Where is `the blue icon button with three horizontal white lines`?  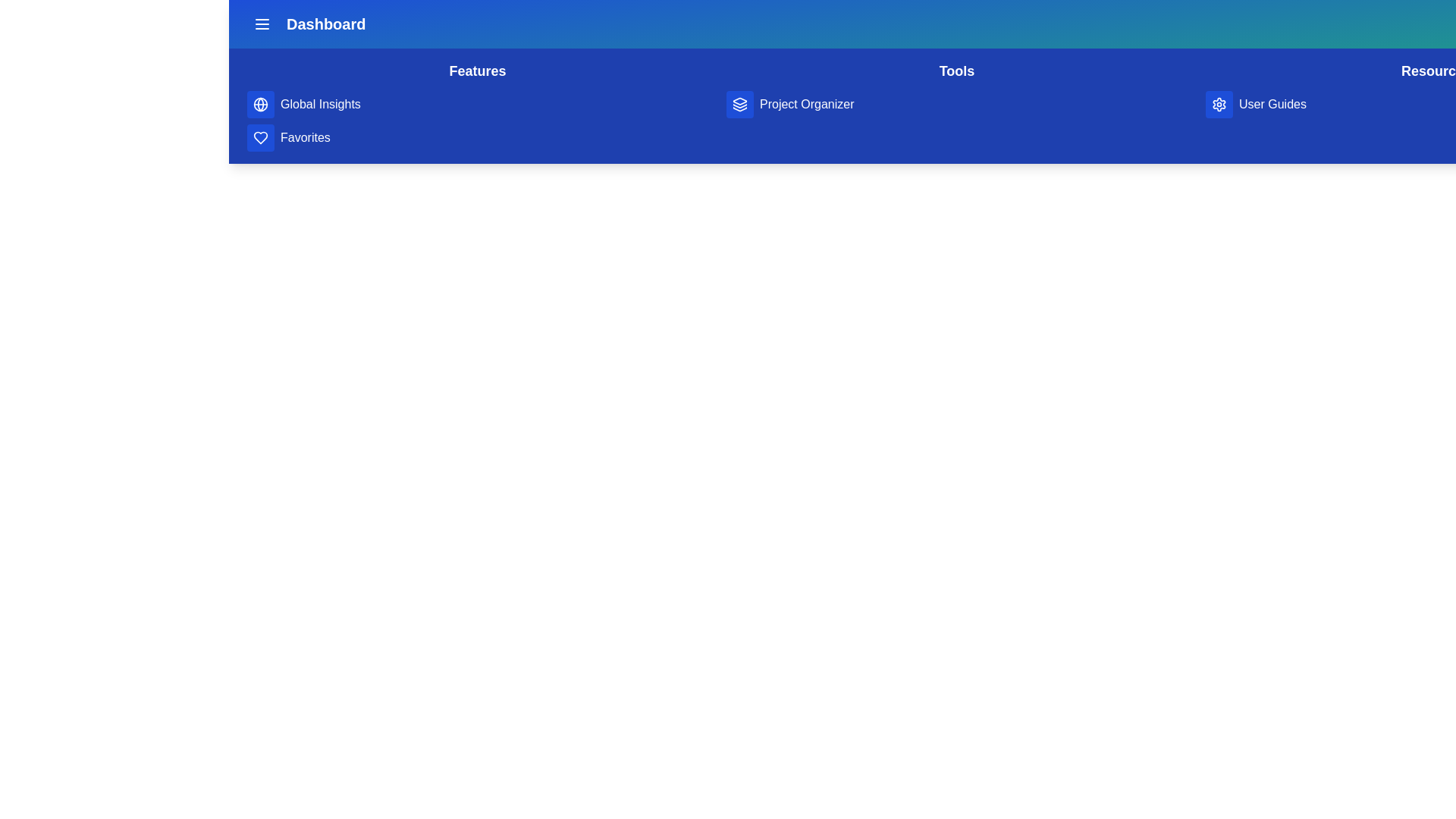
the blue icon button with three horizontal white lines is located at coordinates (262, 24).